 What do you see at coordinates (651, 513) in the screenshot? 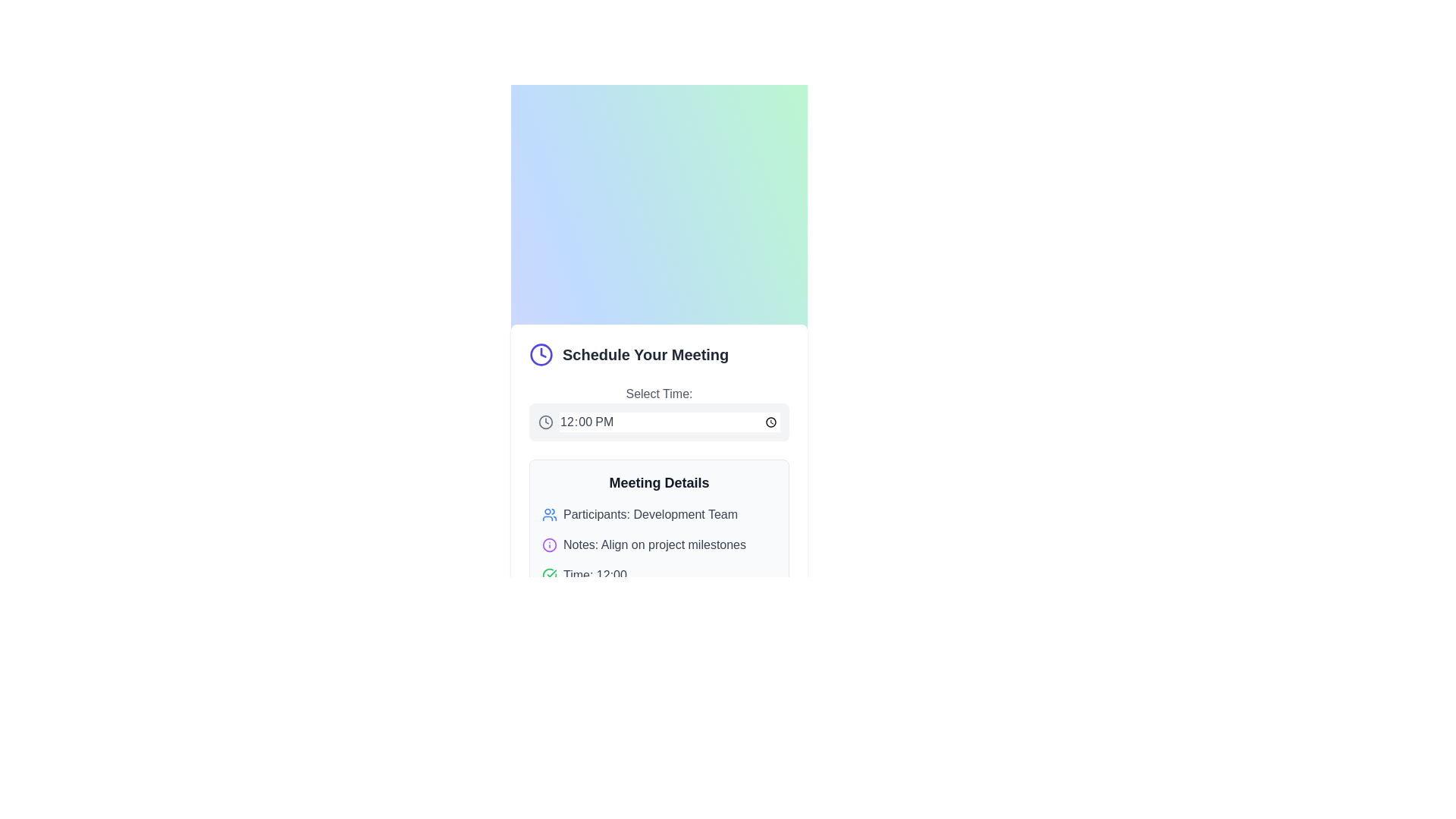
I see `information from the text label that displays 'Participants: Development Team' in the 'Meeting Details' section` at bounding box center [651, 513].